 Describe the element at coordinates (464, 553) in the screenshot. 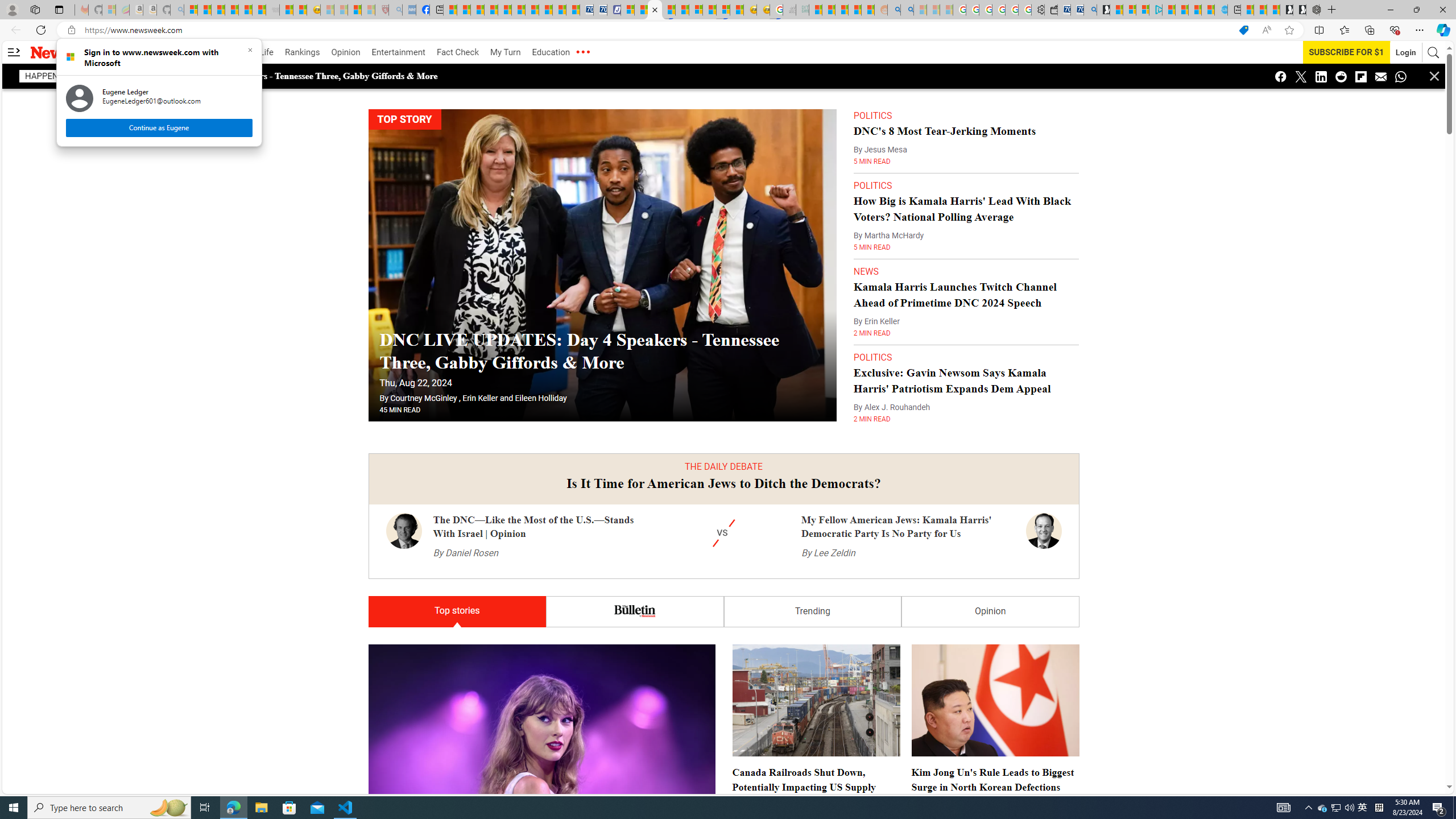

I see `'By Daniel Rosen'` at that location.